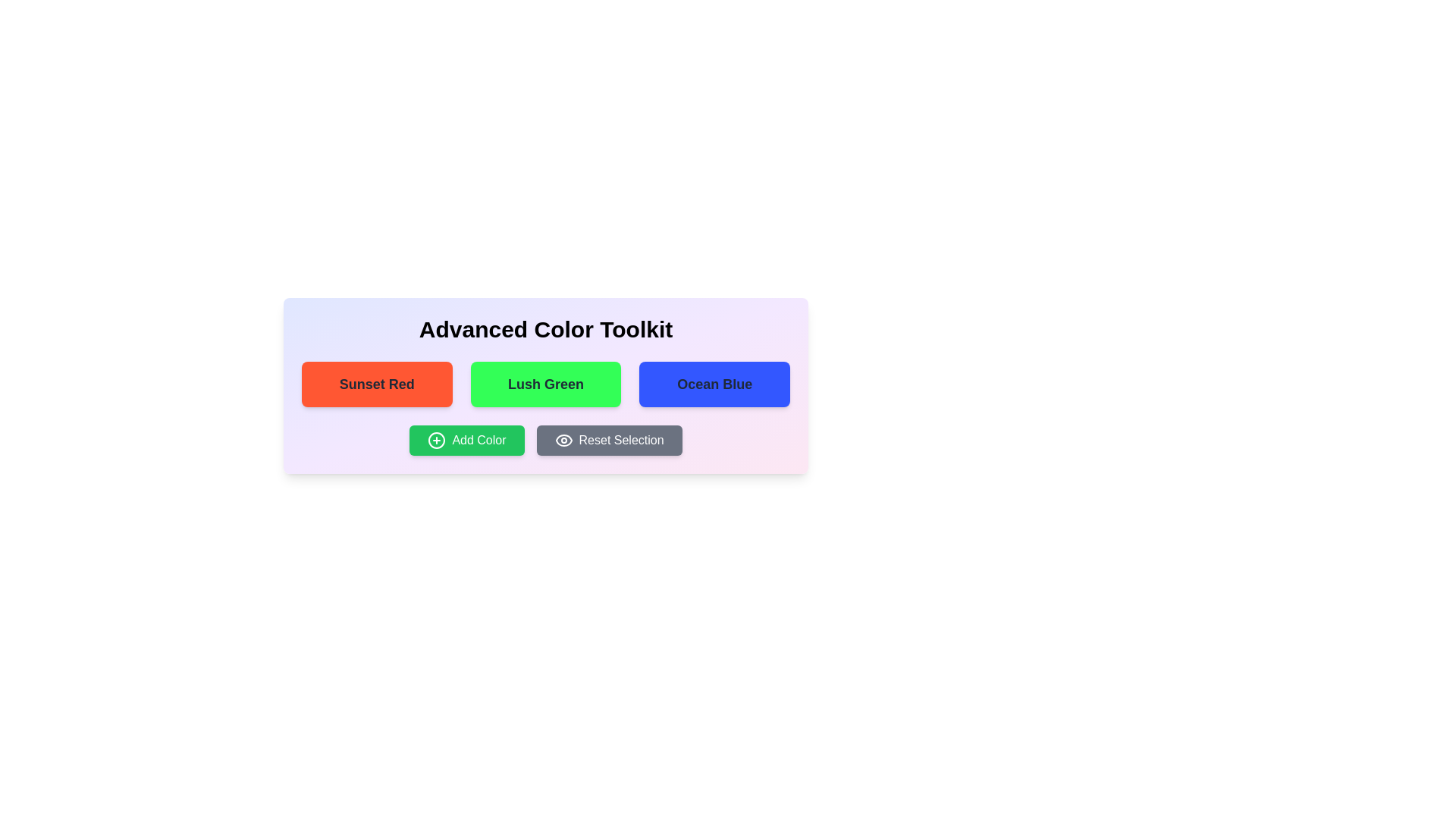  I want to click on the Grid layout containing the three colored buttons labeled 'Sunset Red', 'Lush Green', and 'Ocean Blue', so click(546, 383).